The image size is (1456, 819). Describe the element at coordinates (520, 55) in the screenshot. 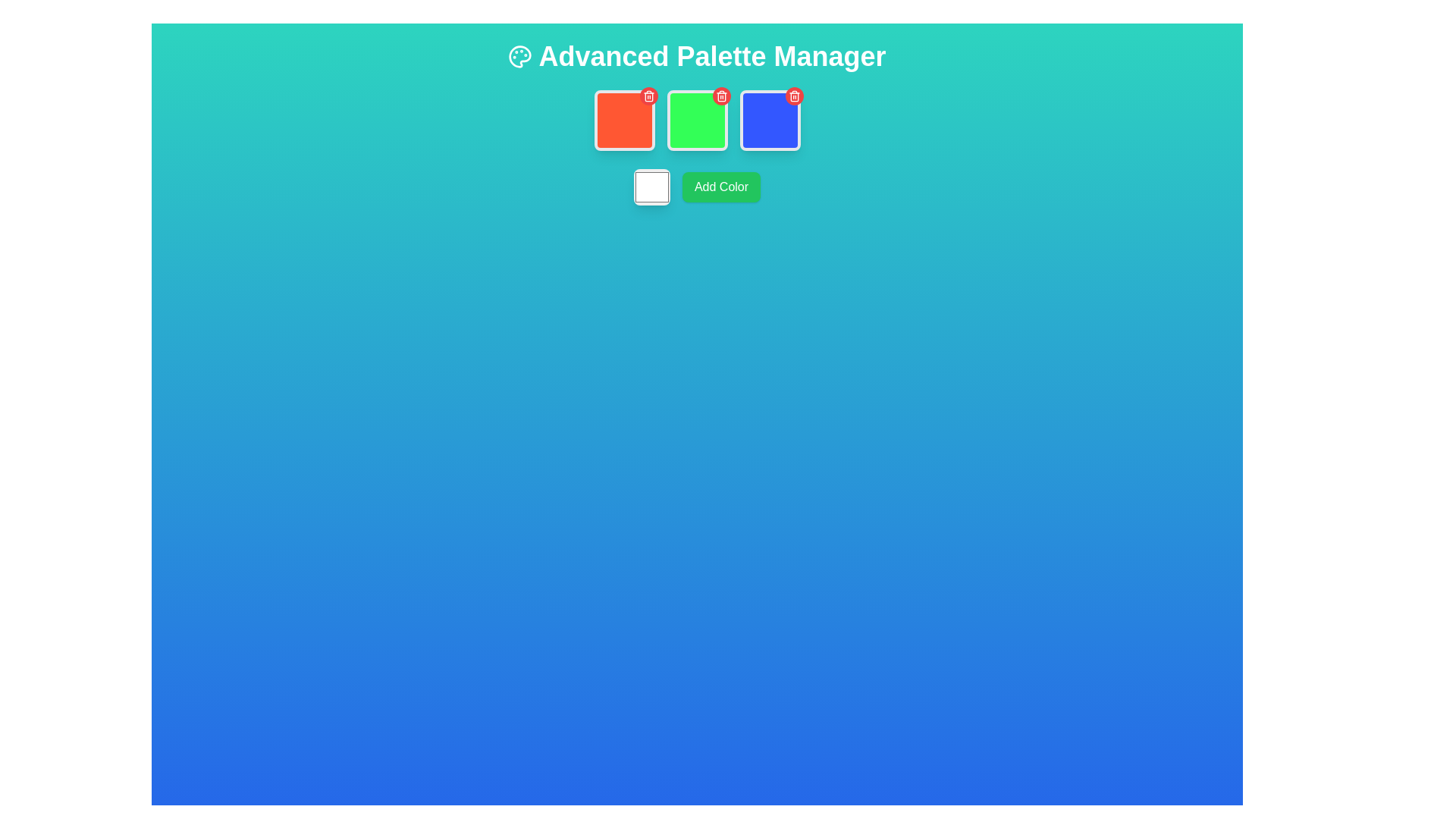

I see `the painter's palette icon located at the top-left corner of the interface, immediately to the left of the text 'Advanced Palette Manager'` at that location.